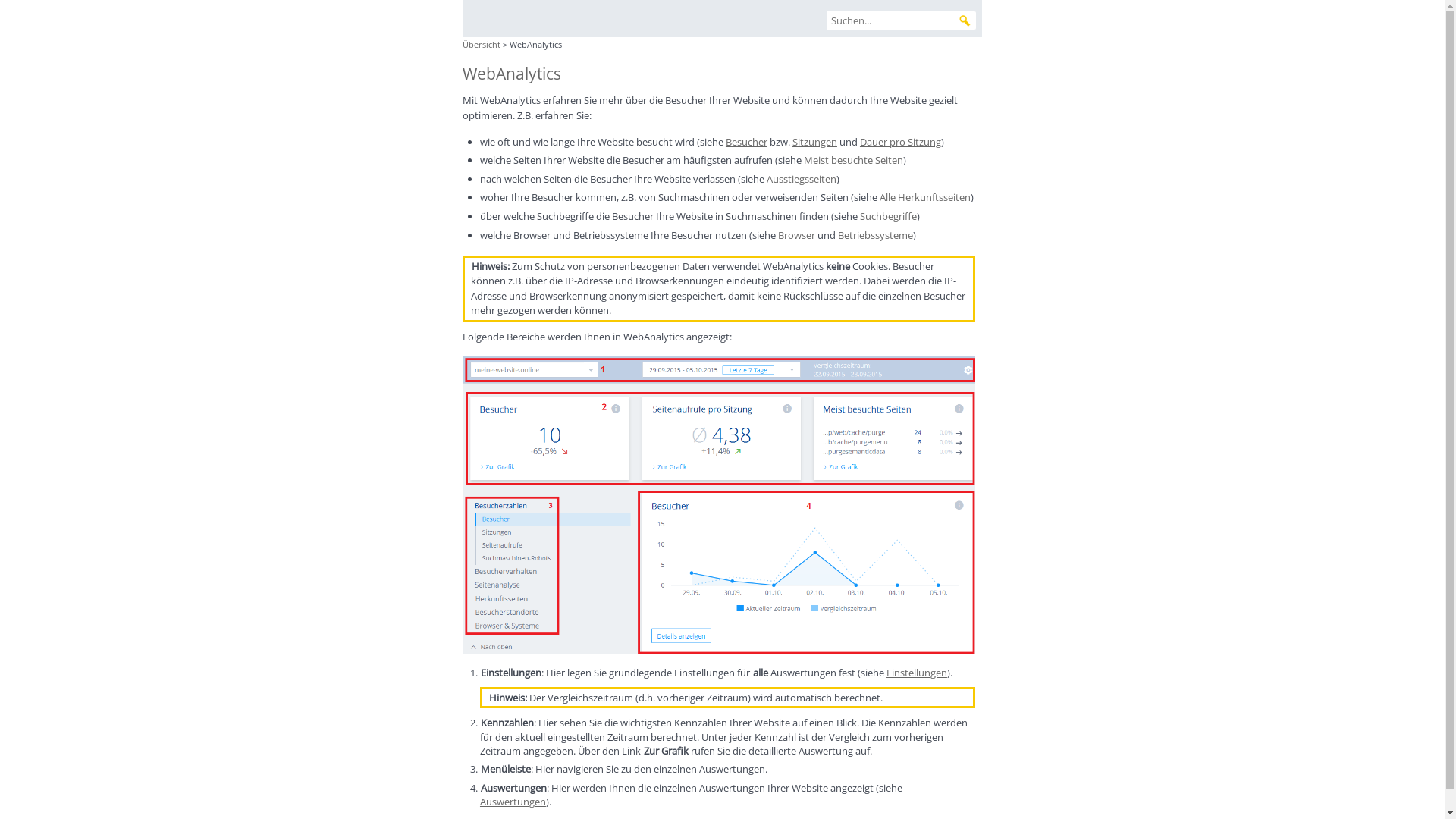  I want to click on 'Auswertungen', so click(513, 800).